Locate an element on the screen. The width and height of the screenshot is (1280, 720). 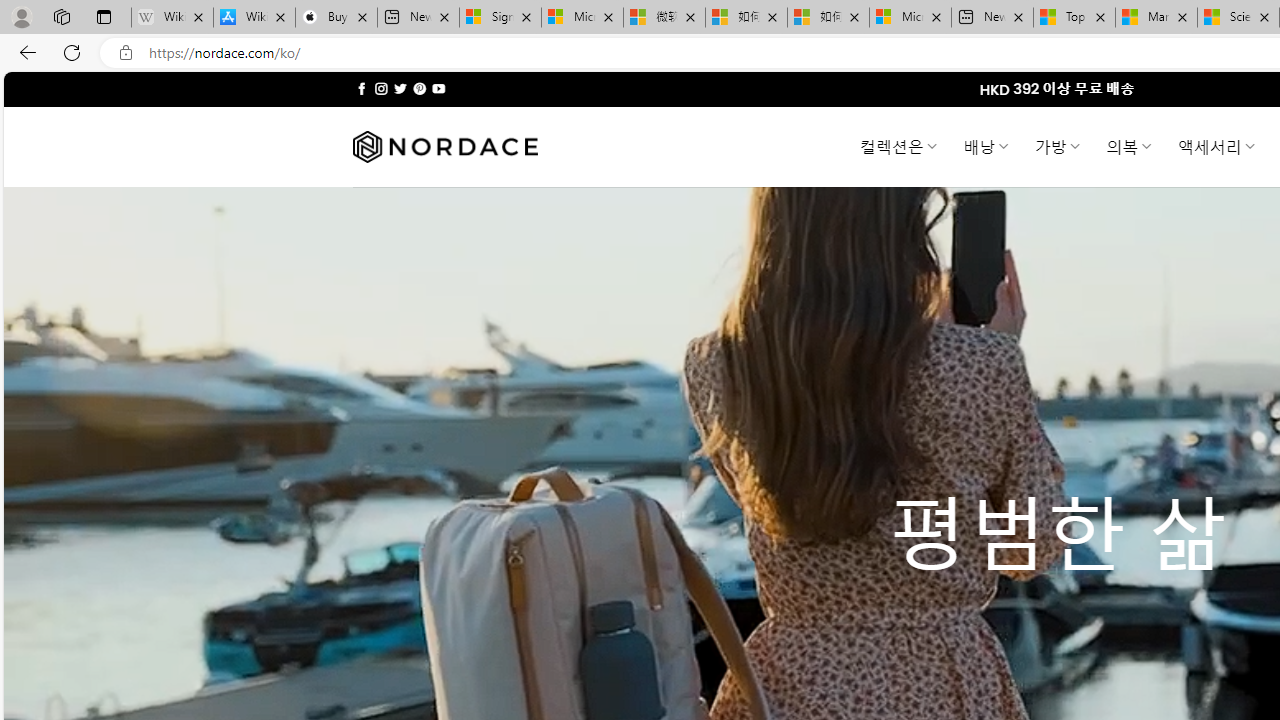
'Back' is located at coordinates (24, 51).